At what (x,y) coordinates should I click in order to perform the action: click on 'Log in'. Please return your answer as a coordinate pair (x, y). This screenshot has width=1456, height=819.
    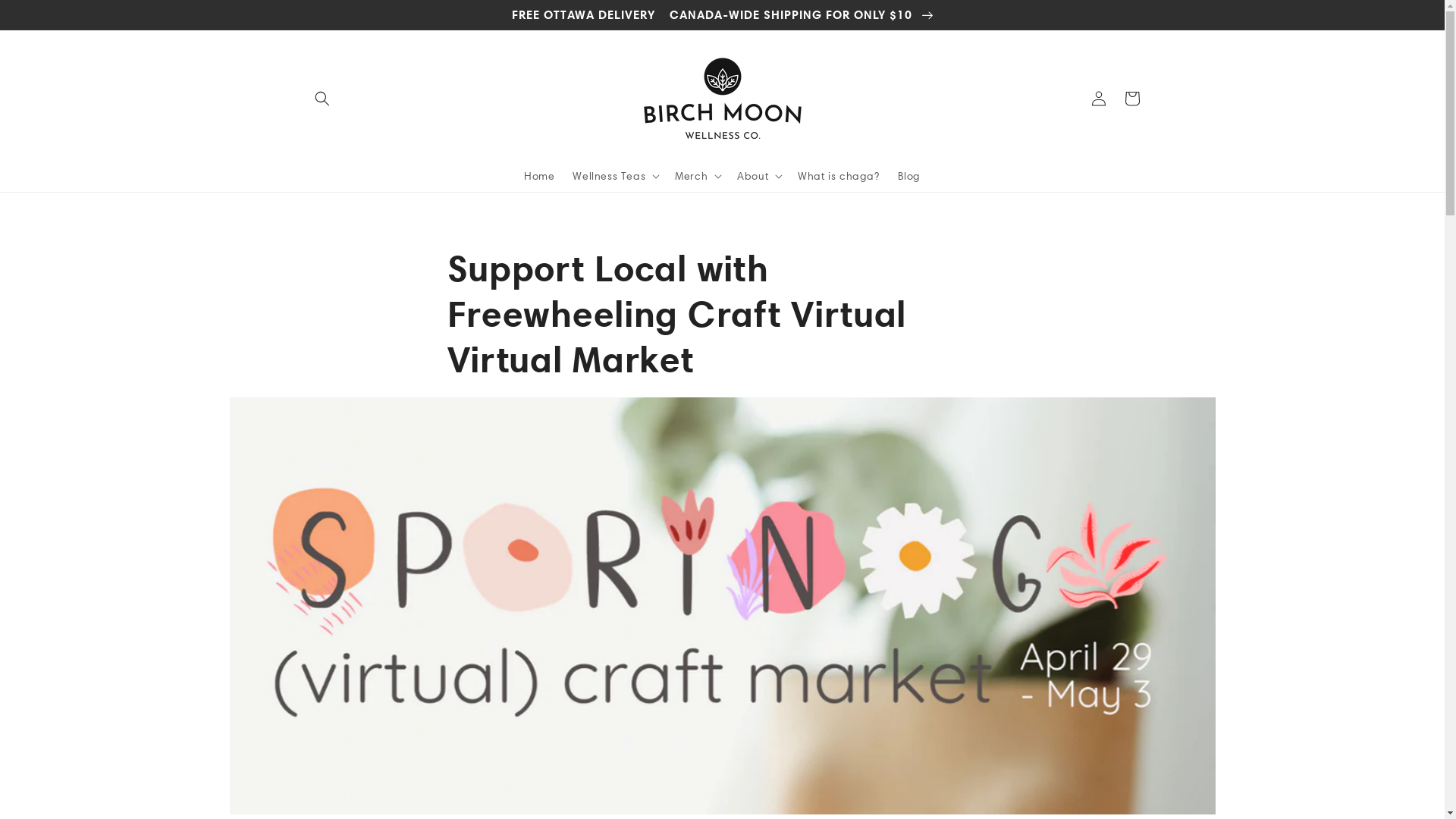
    Looking at the image, I should click on (1098, 99).